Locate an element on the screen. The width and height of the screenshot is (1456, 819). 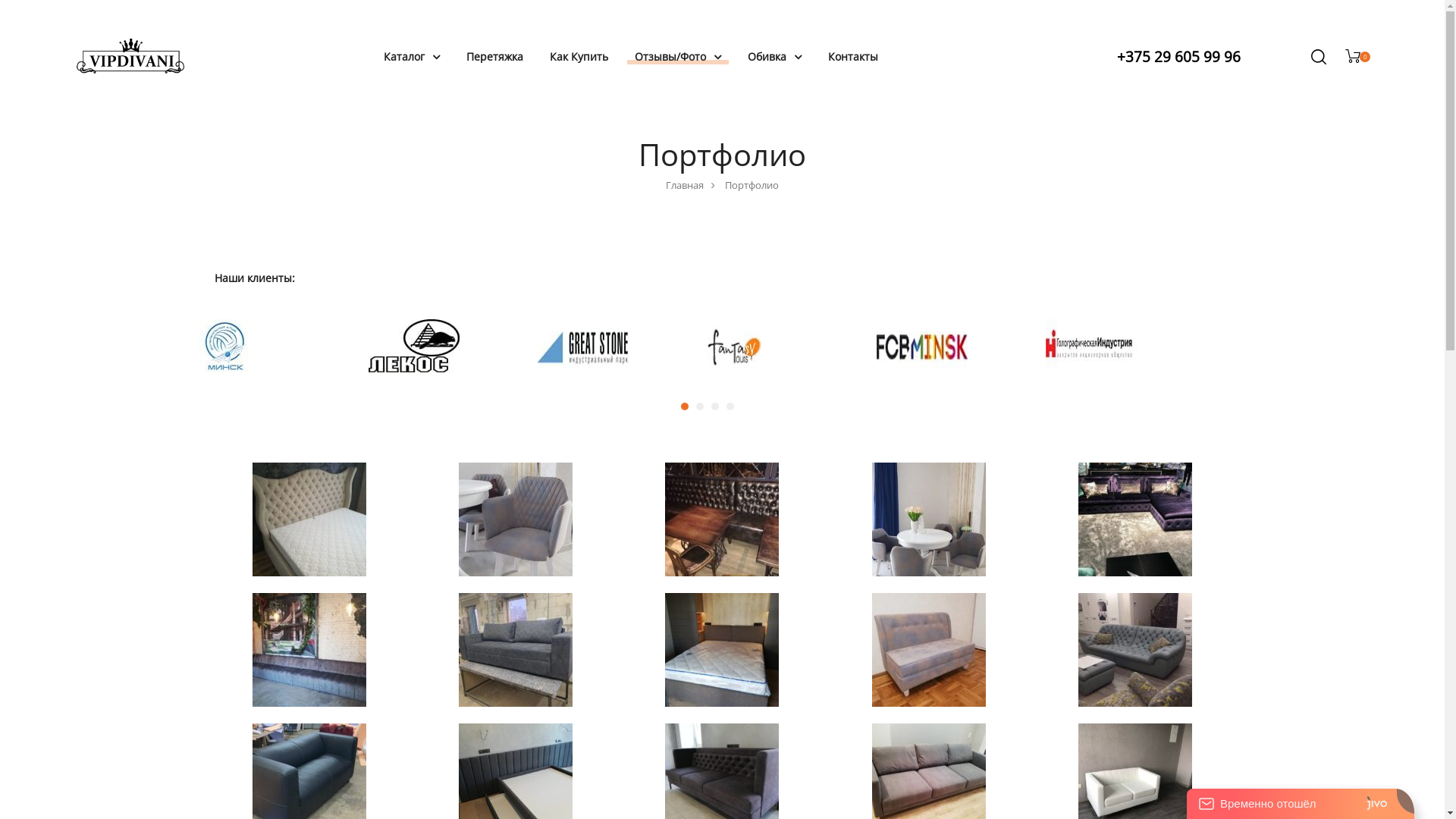
'+375 29 605 99 96' is located at coordinates (1178, 55).